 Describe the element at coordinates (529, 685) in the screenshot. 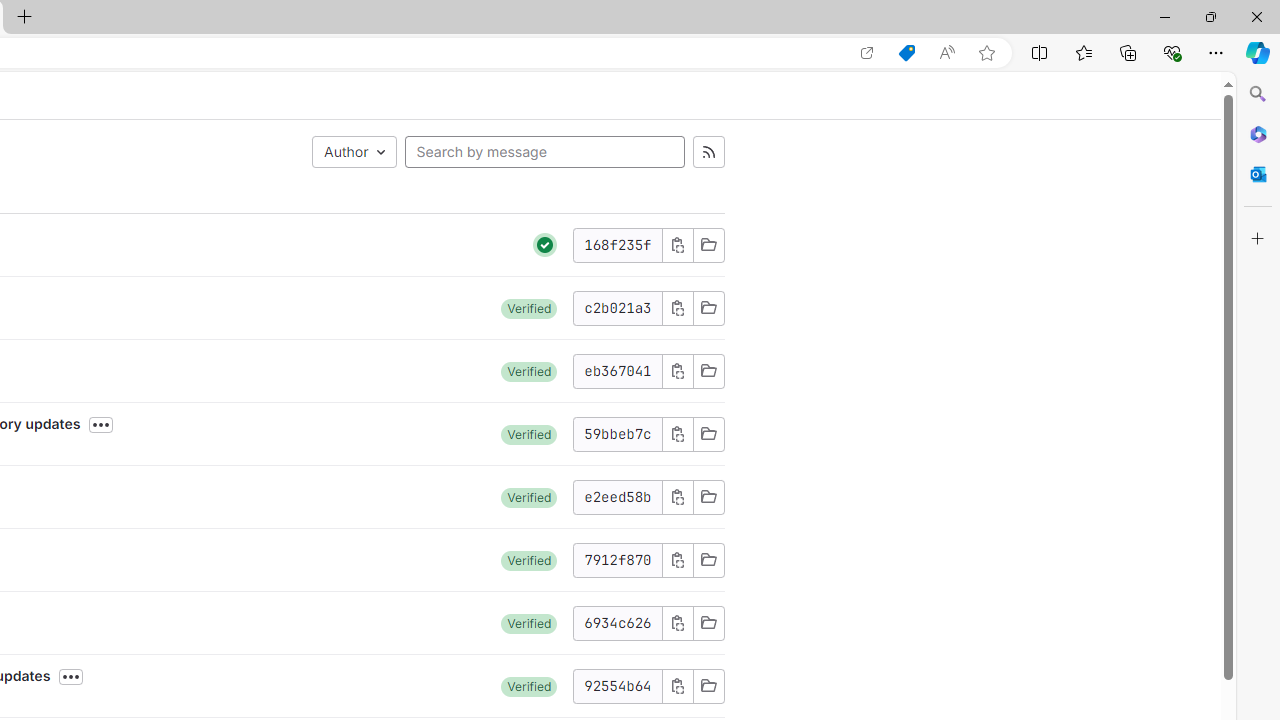

I see `'Verified'` at that location.